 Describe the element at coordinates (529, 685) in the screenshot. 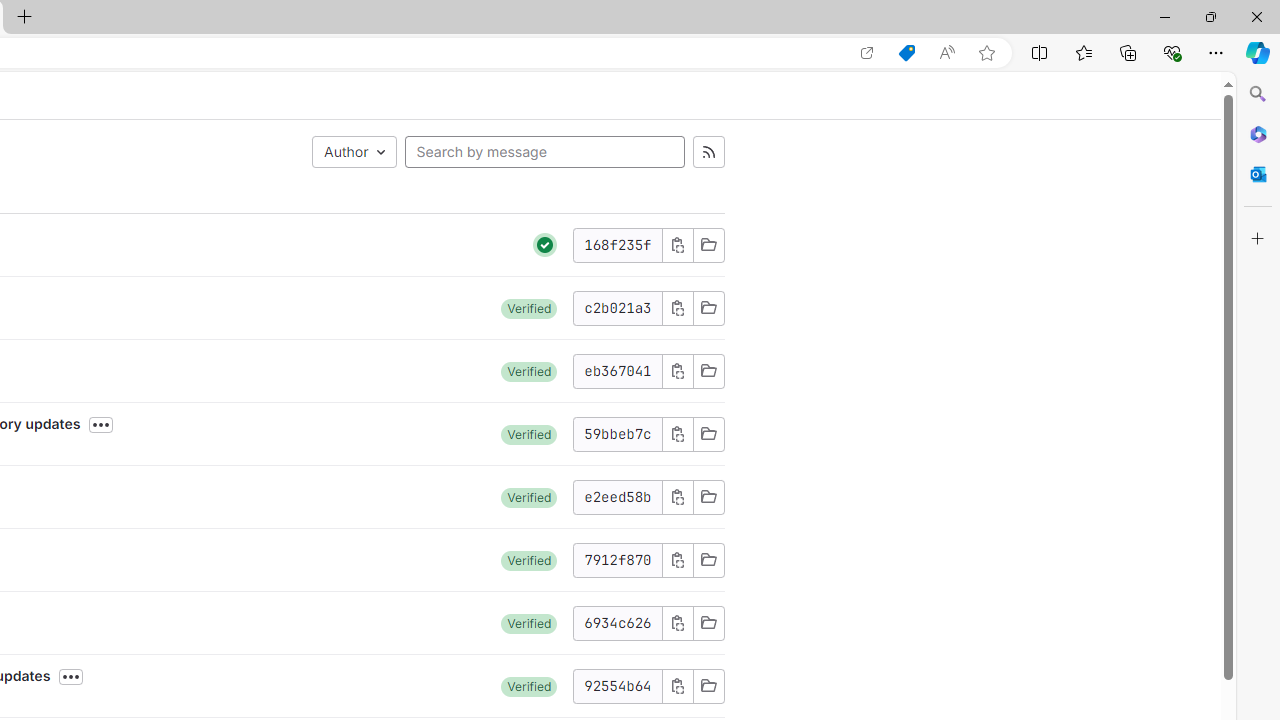

I see `'Verified'` at that location.